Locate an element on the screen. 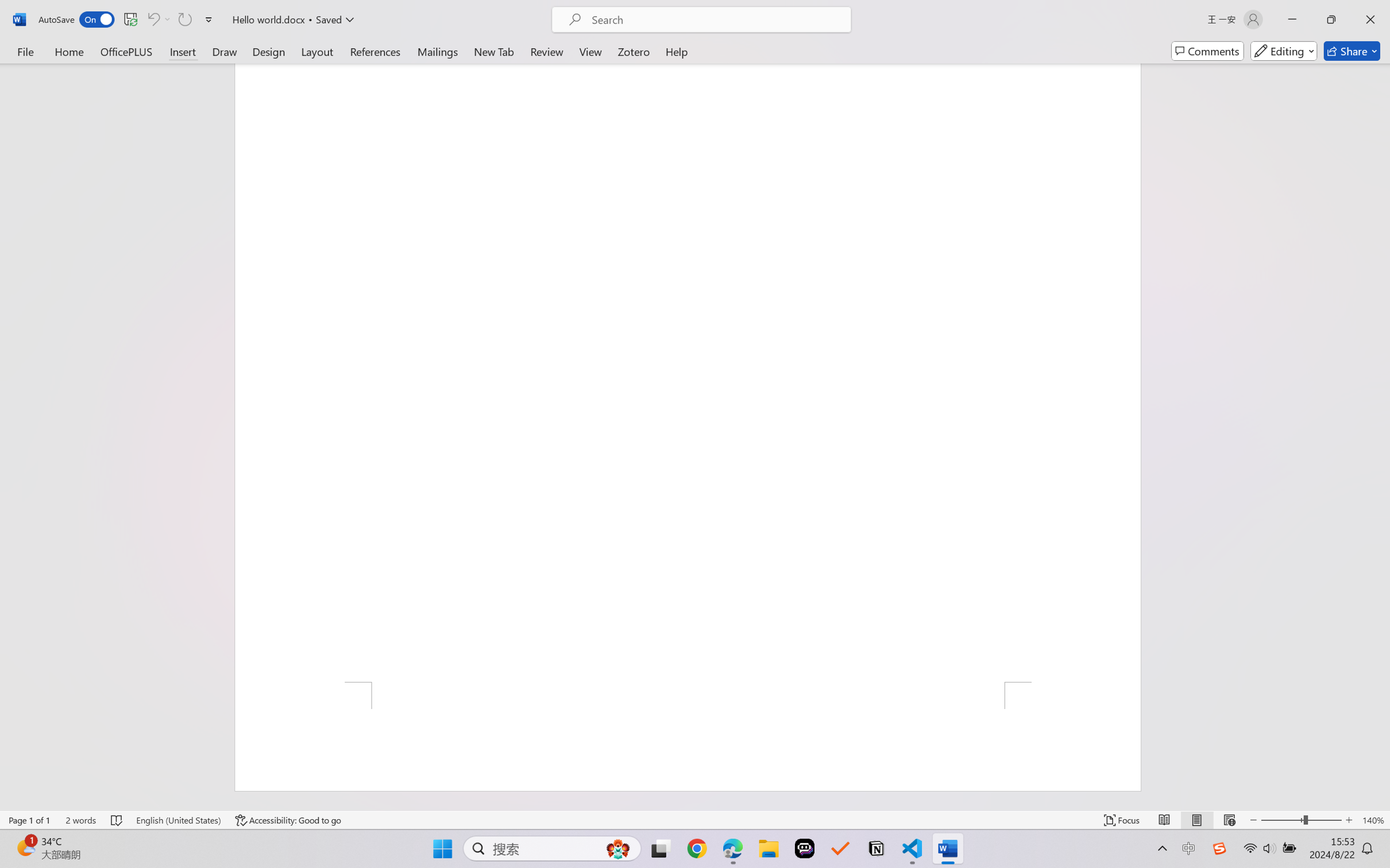 This screenshot has width=1390, height=868. 'Close' is located at coordinates (1370, 19).